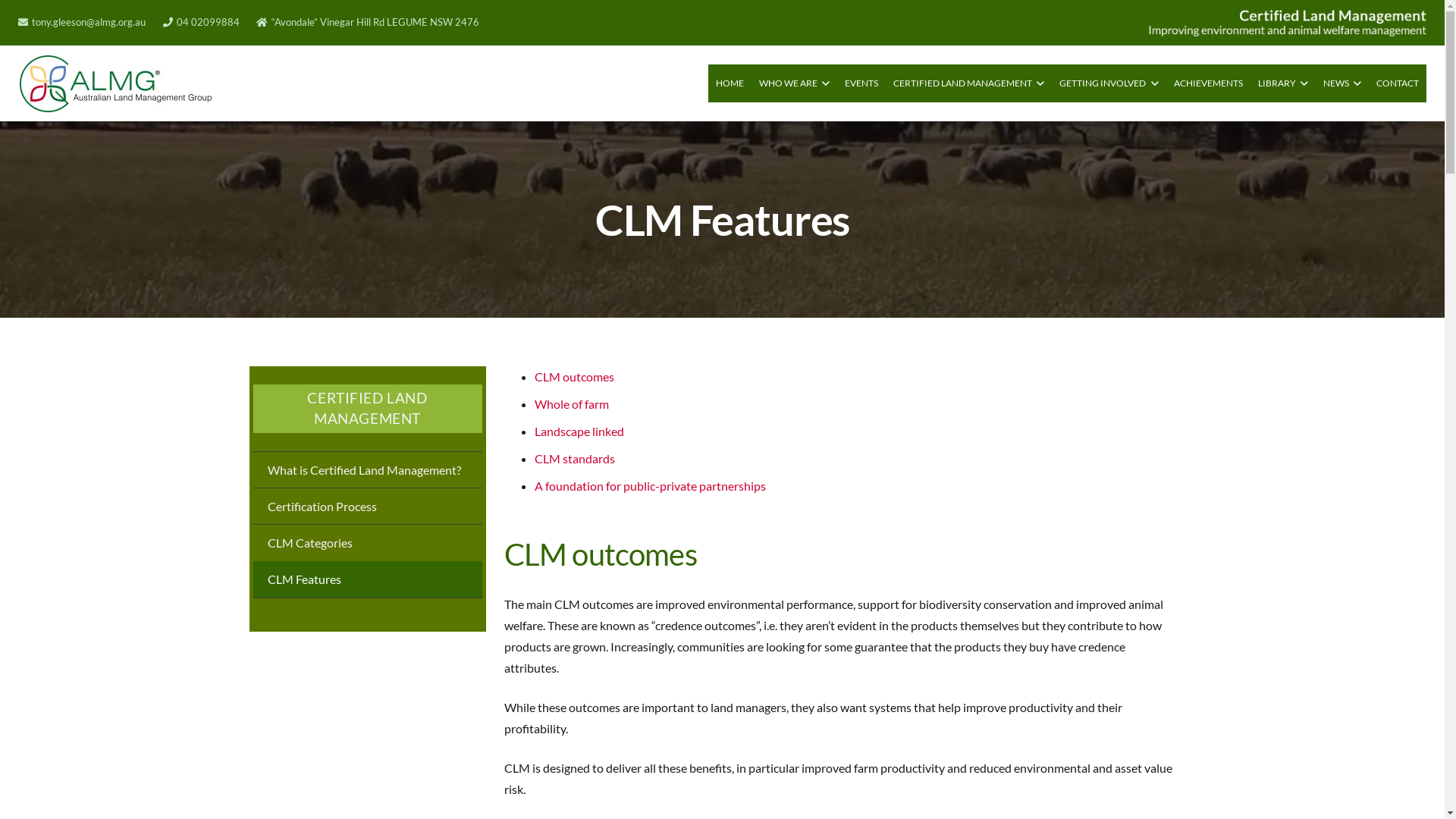 The height and width of the screenshot is (819, 1456). Describe the element at coordinates (534, 485) in the screenshot. I see `'A foundation for public-private partnerships'` at that location.